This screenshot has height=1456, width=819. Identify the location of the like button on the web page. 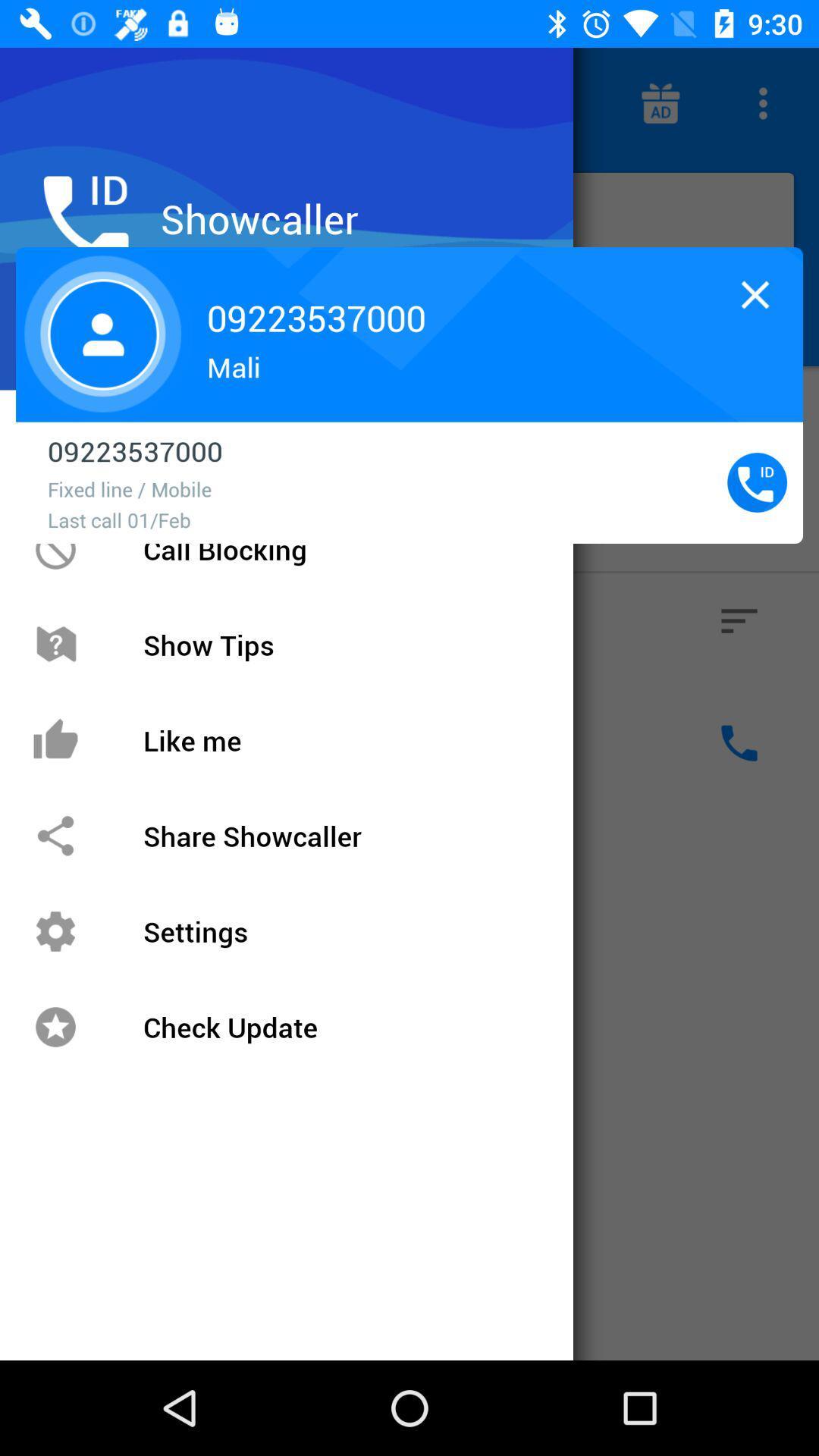
(79, 742).